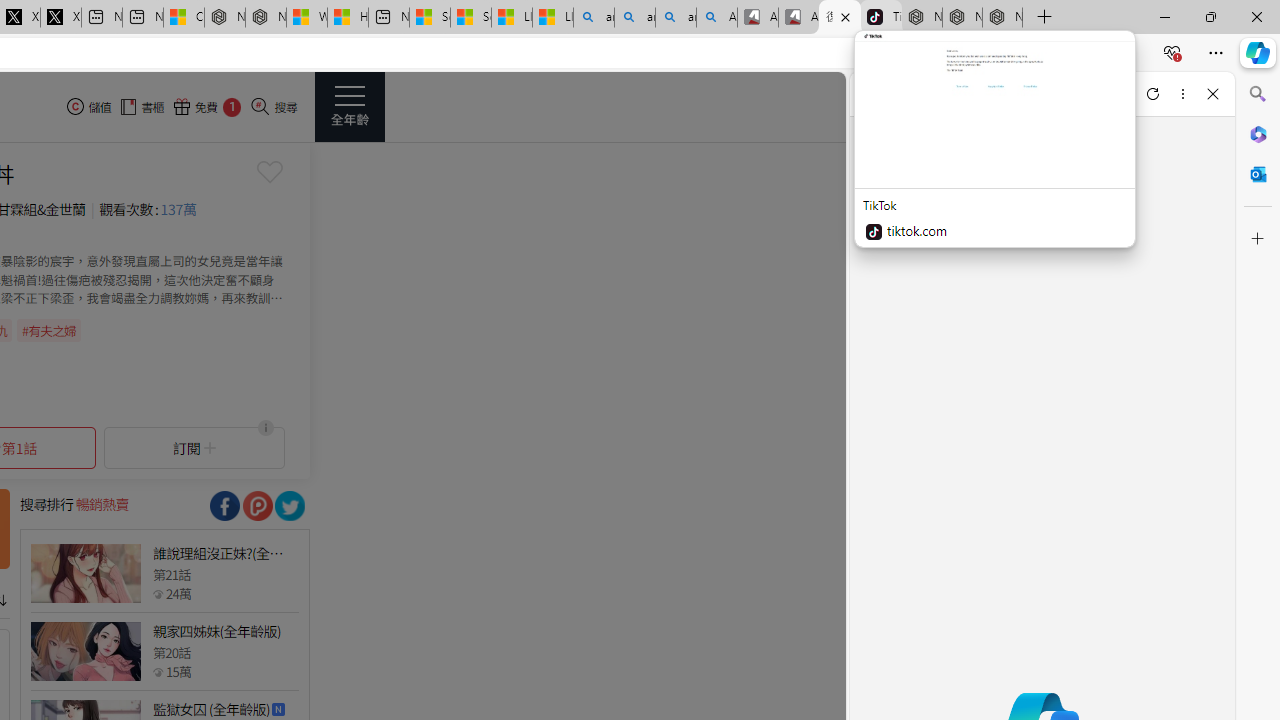 This screenshot has width=1280, height=720. I want to click on 'Show translate options', so click(950, 52).